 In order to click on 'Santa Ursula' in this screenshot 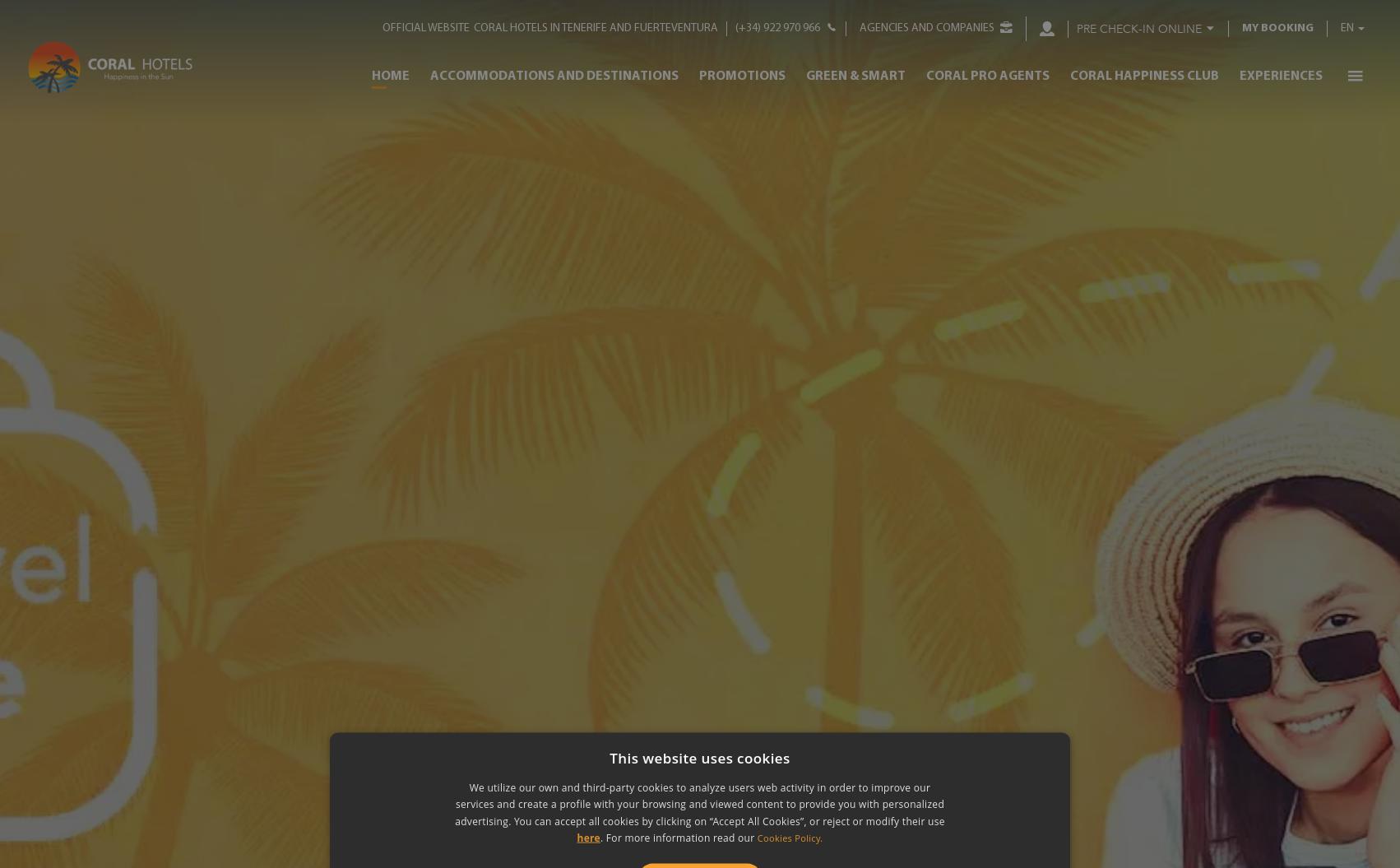, I will do `click(500, 246)`.